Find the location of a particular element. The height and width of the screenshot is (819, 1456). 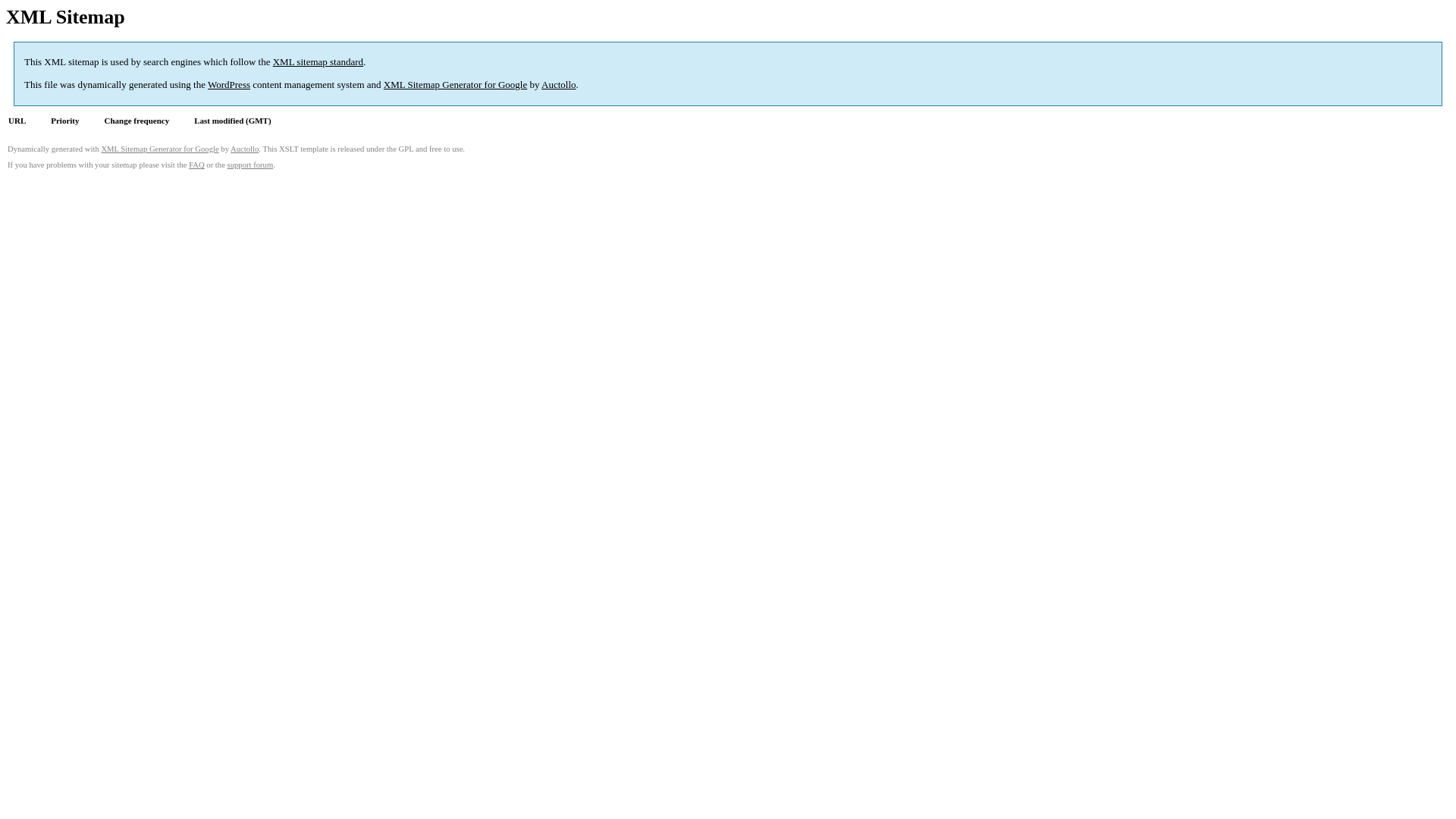

'XML Sitemap Generator for Google' is located at coordinates (159, 149).